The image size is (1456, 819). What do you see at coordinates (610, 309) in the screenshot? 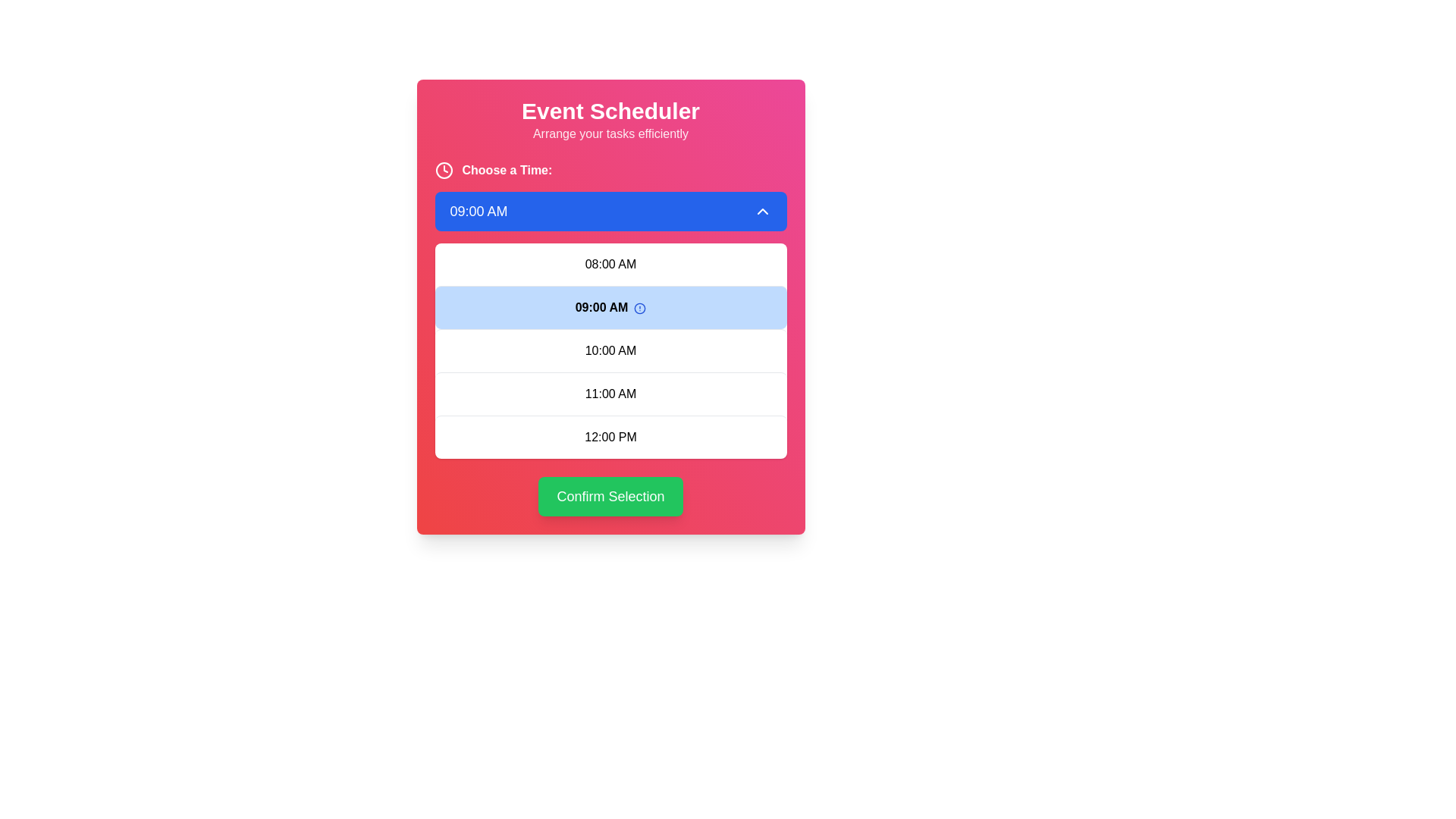
I see `the dropdown menu list item with the light blue background and bold text '09:00 AM'` at bounding box center [610, 309].